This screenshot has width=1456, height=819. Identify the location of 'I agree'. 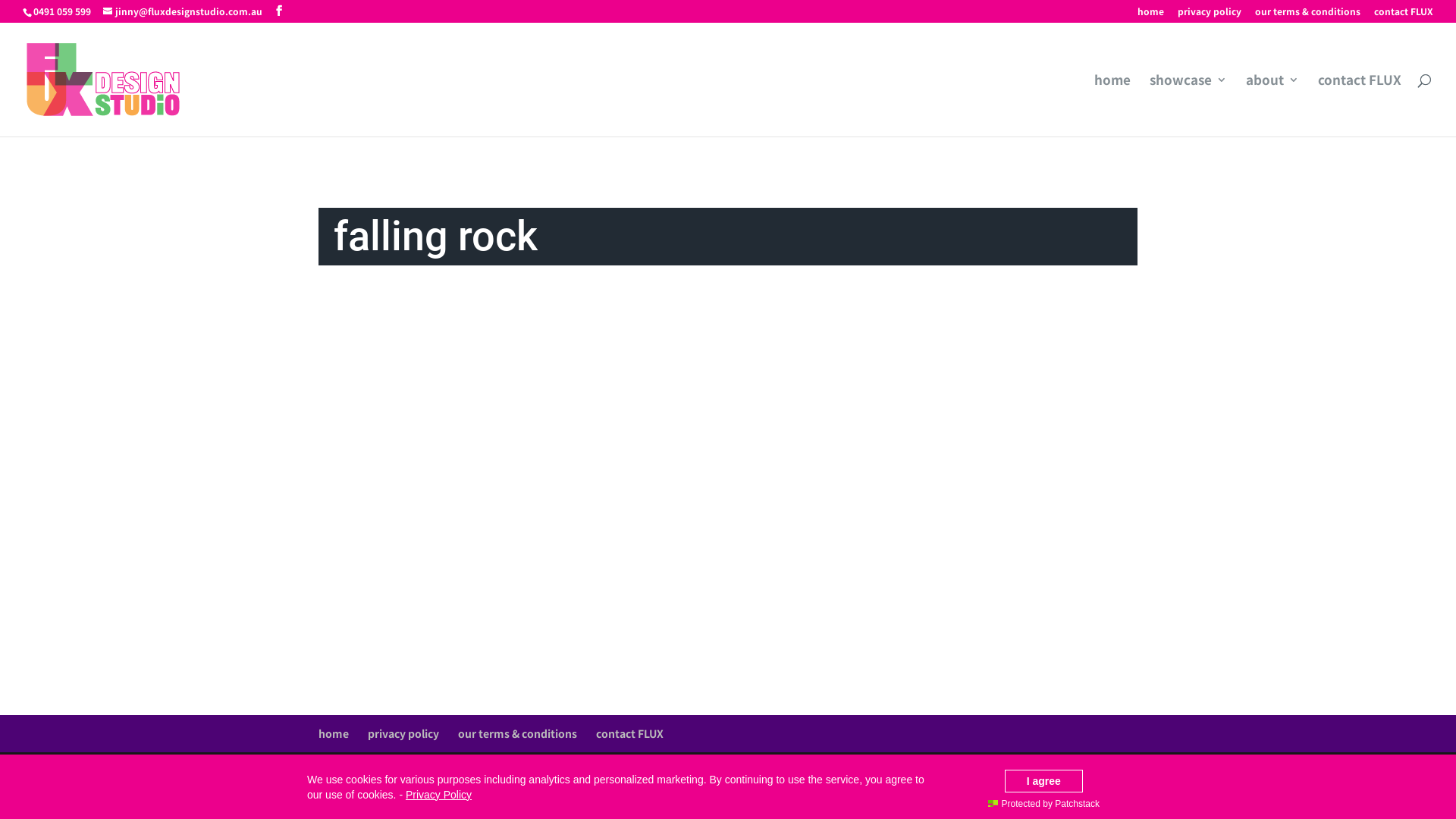
(1043, 780).